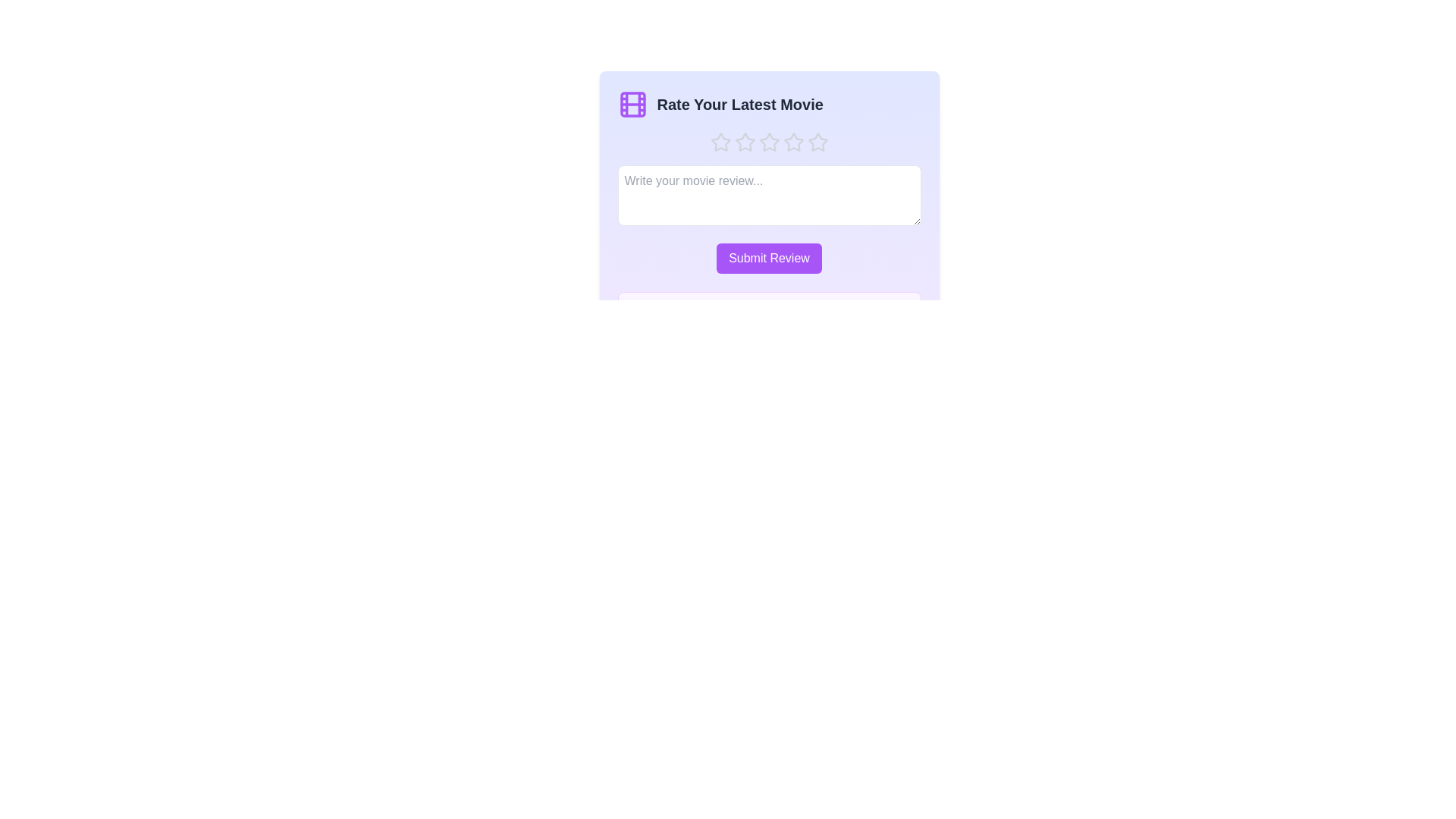 The height and width of the screenshot is (819, 1456). I want to click on the movie rating to 1 stars by clicking on the corresponding star, so click(720, 143).